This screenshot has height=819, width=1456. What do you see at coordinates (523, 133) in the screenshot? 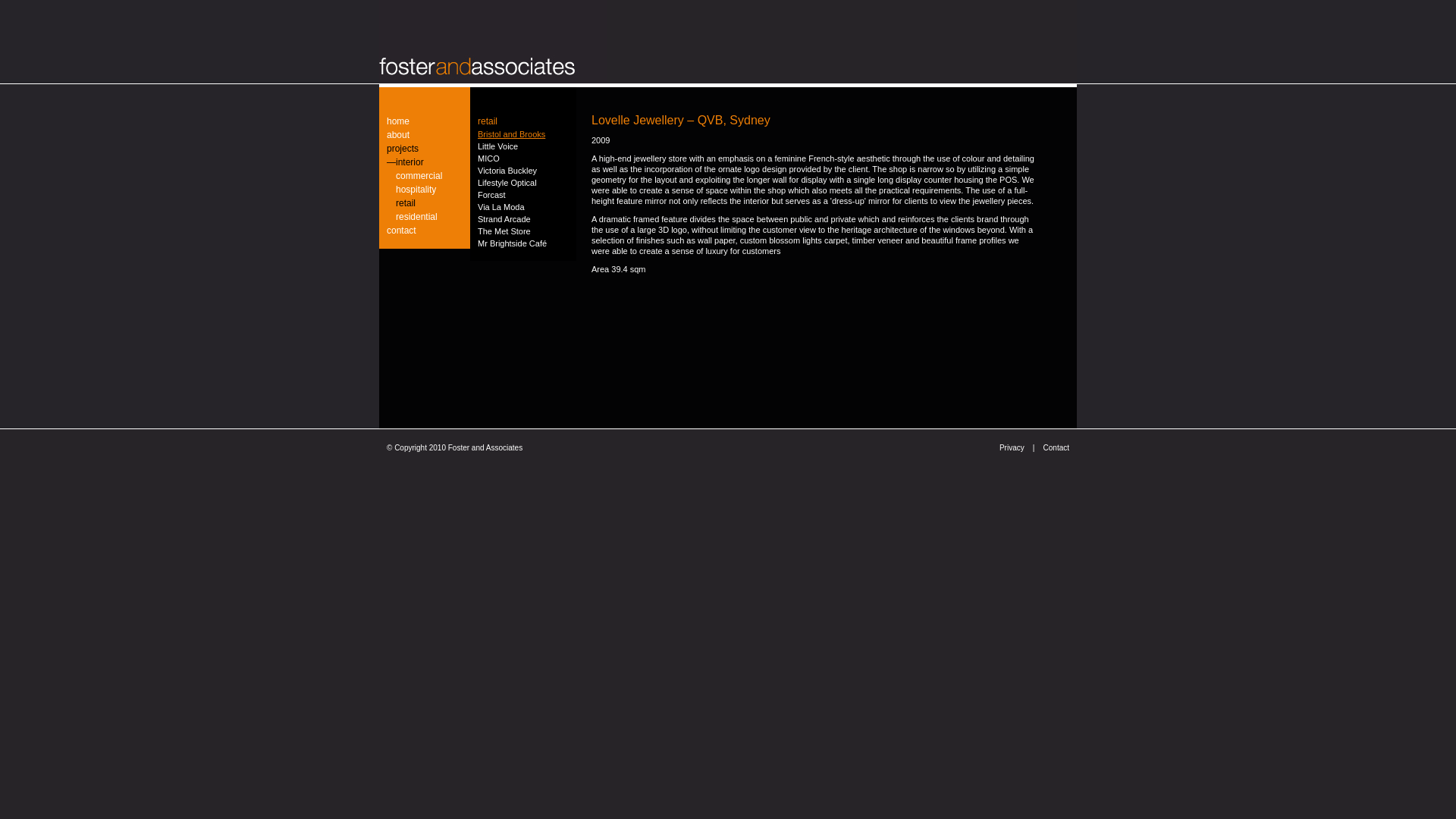
I see `'Bristol and Brooks'` at bounding box center [523, 133].